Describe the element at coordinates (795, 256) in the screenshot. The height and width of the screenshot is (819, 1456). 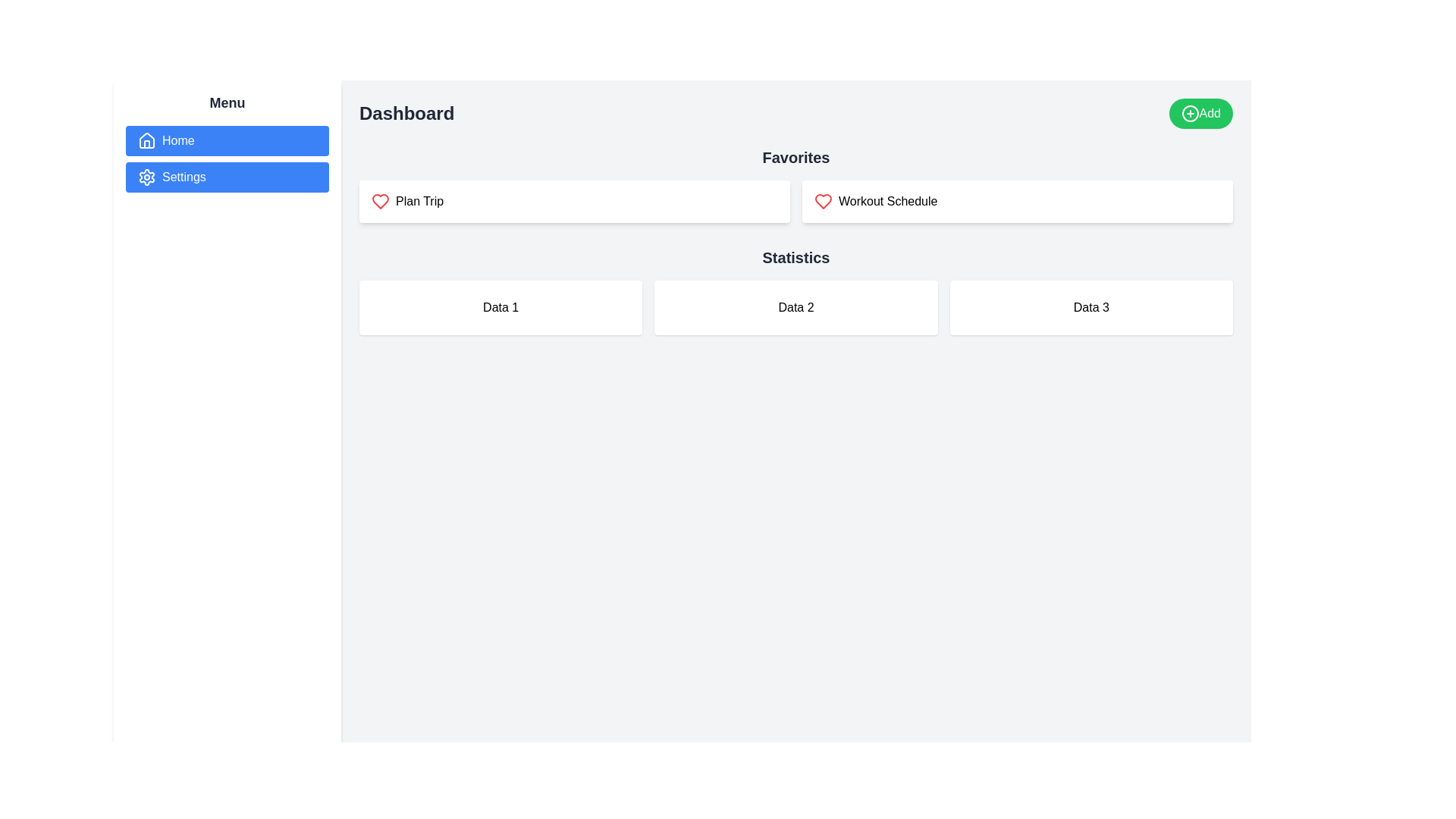
I see `the 'Statistics' text label, which is styled with a larger bold font and is positioned above the data boxes labeled 'Data 1', 'Data 2', and 'Data 3'` at that location.